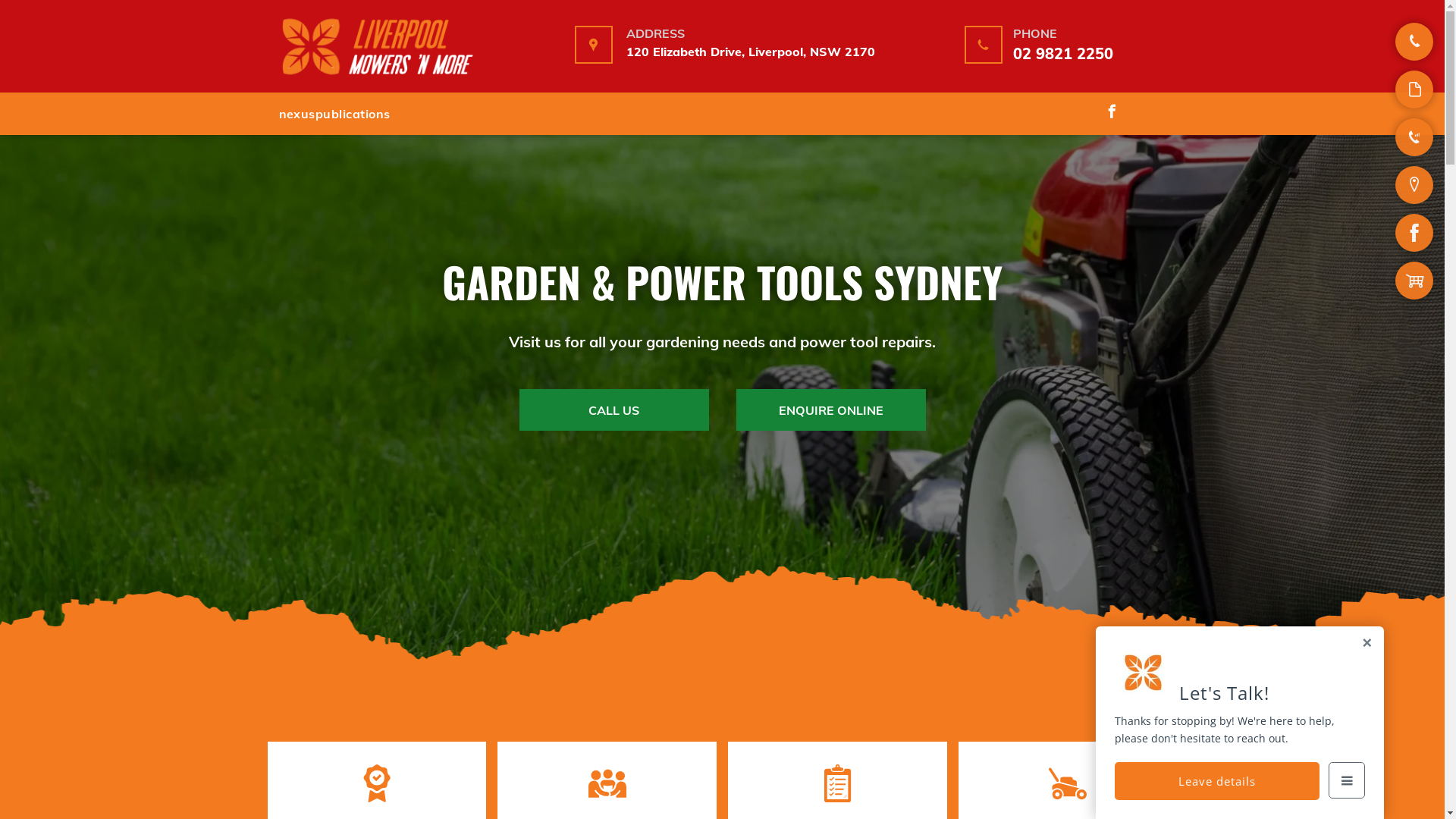  I want to click on '02 9821 2250', so click(1062, 52).